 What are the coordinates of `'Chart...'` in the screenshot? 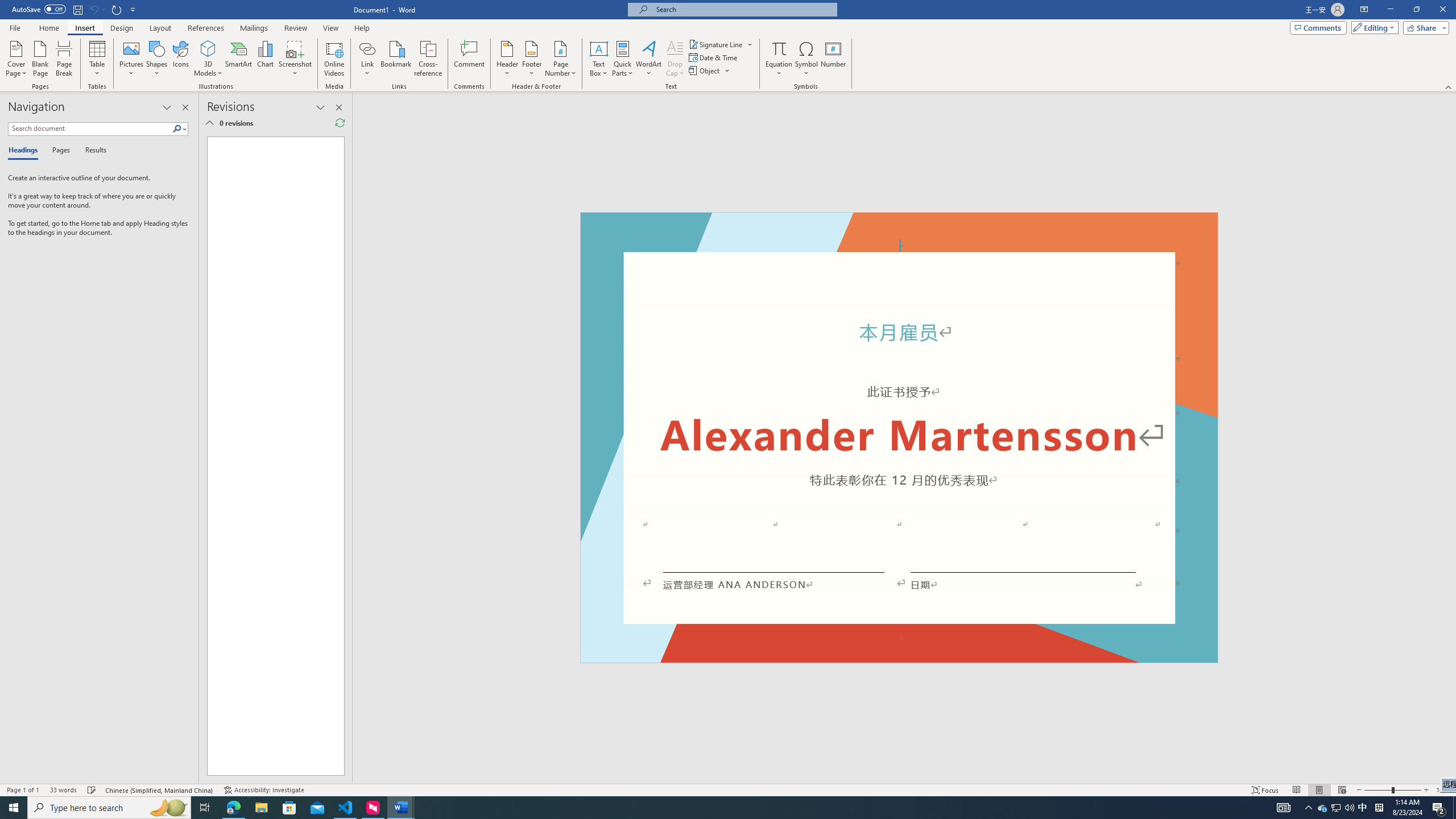 It's located at (265, 59).